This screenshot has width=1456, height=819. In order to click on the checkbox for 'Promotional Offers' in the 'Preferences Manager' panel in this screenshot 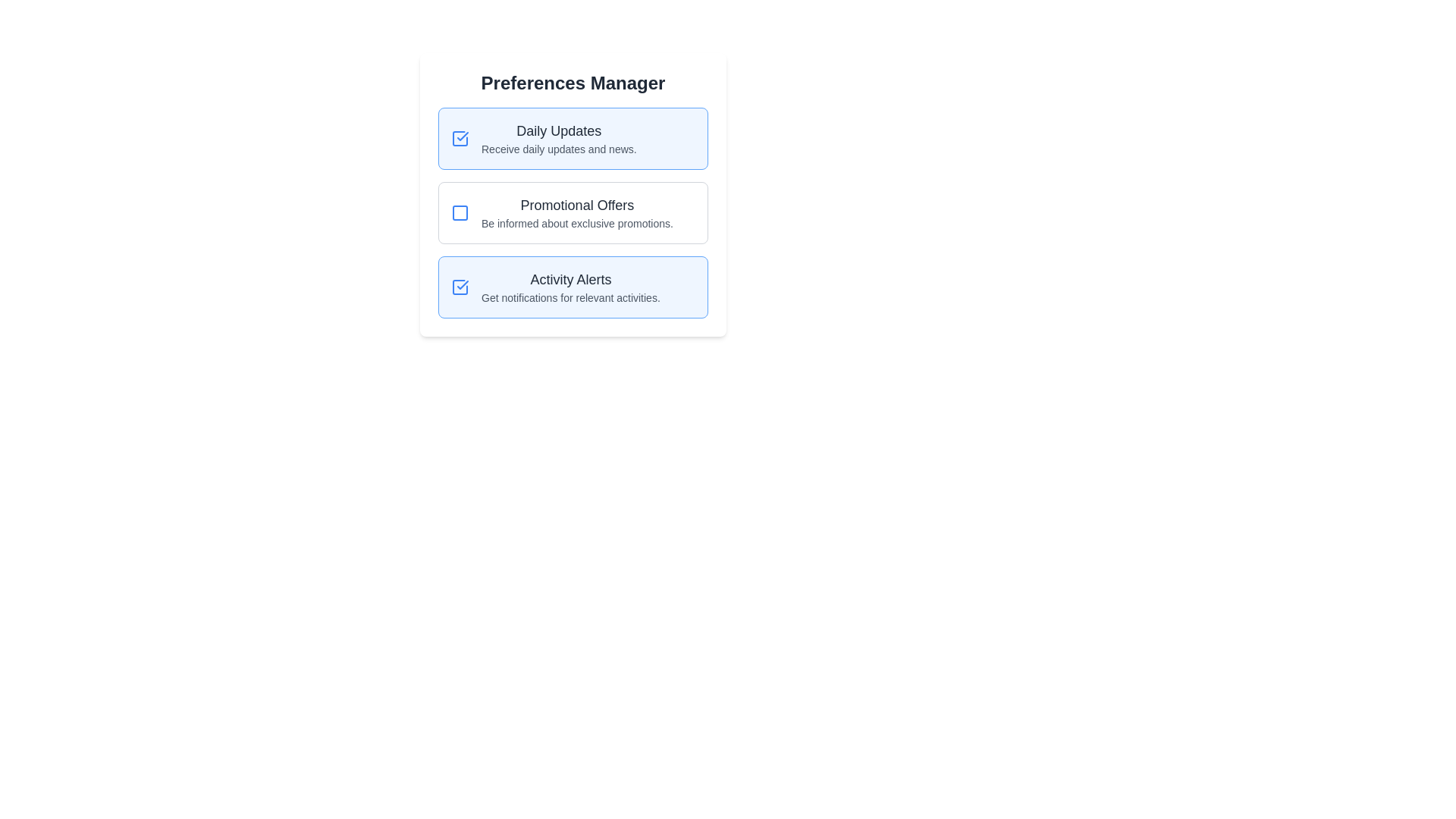, I will do `click(459, 213)`.